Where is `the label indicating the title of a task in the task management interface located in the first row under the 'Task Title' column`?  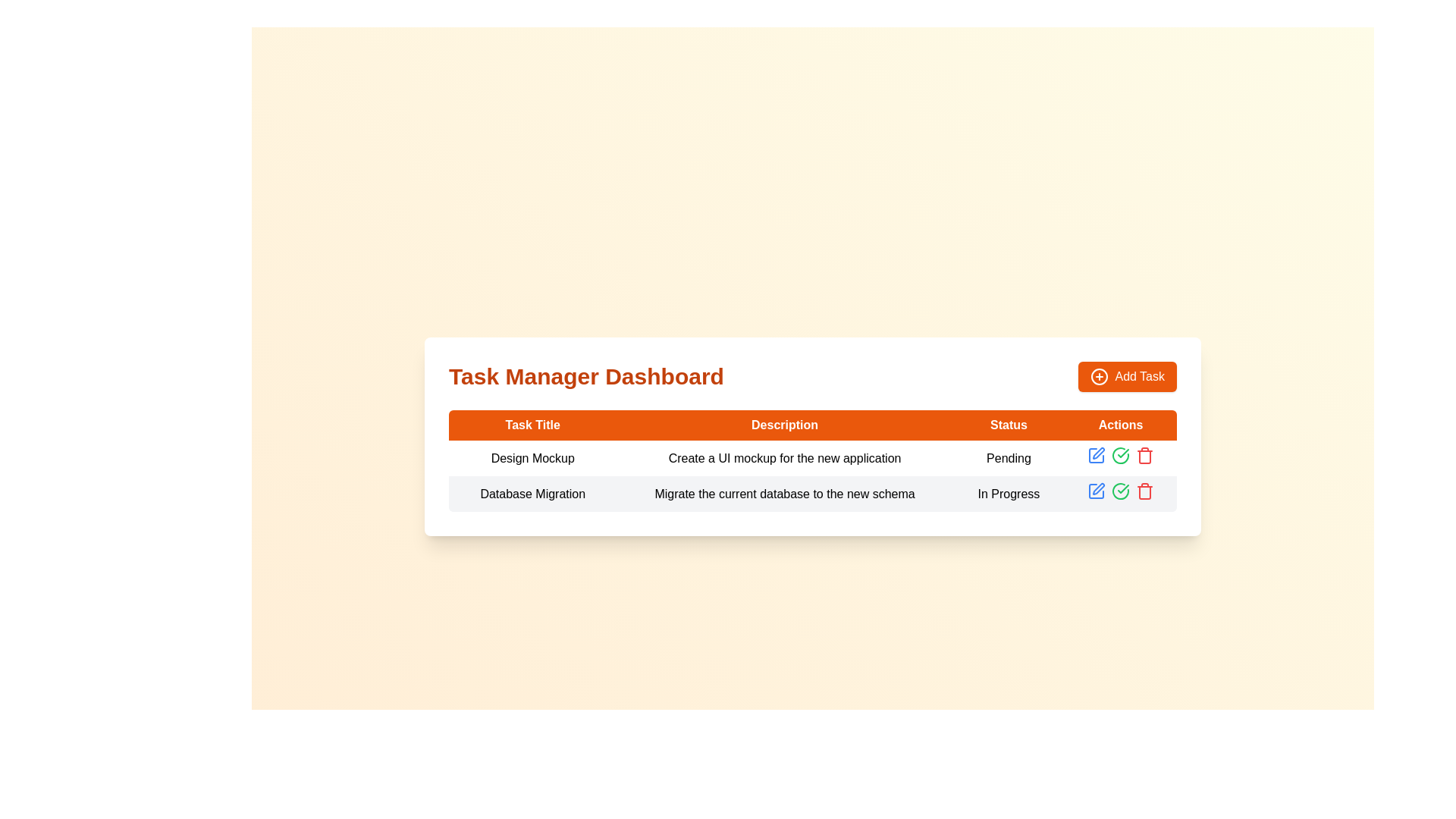
the label indicating the title of a task in the task management interface located in the first row under the 'Task Title' column is located at coordinates (532, 457).